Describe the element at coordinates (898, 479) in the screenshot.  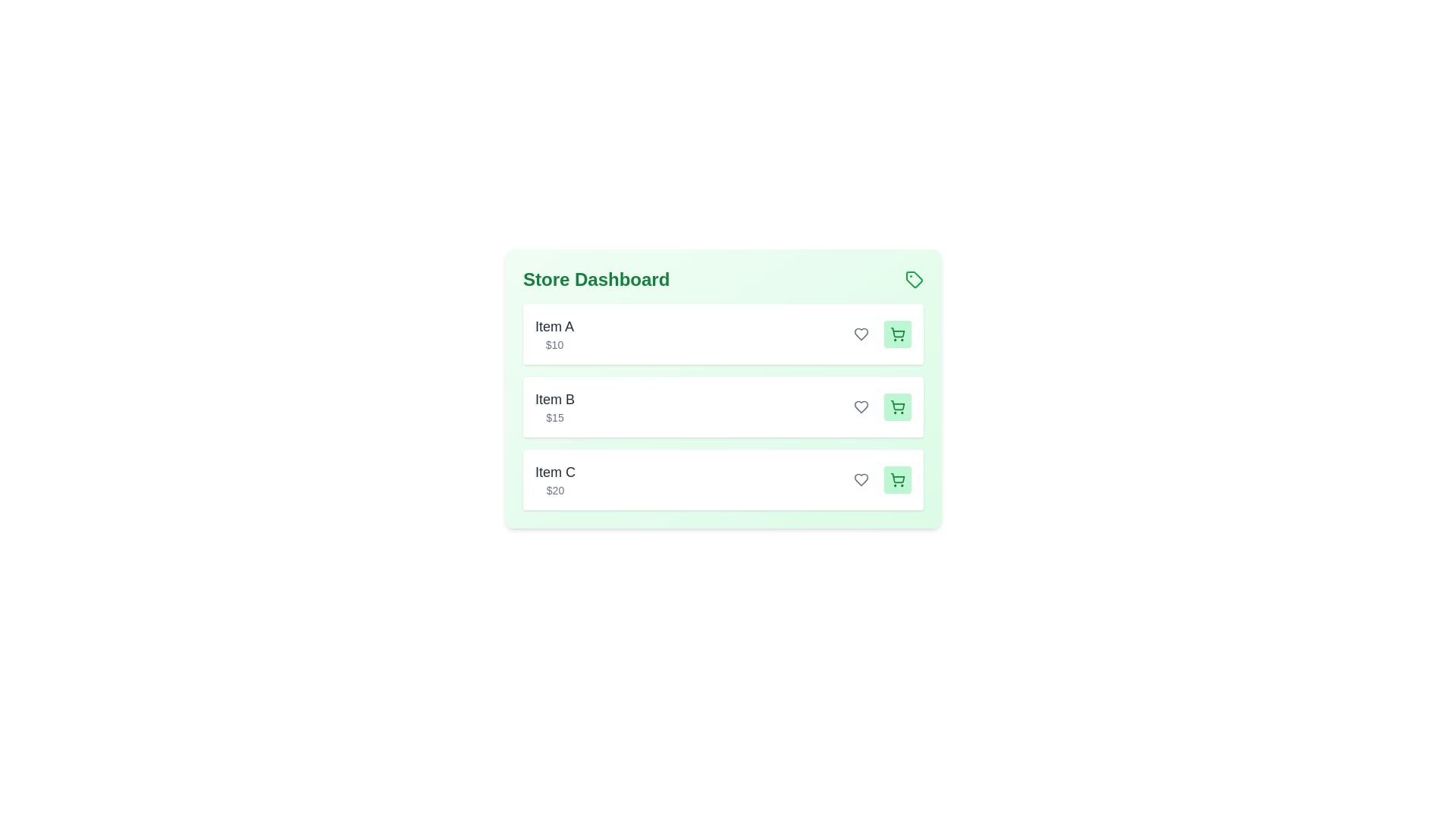
I see `the add-to-cart icon in the 'Item C' section` at that location.